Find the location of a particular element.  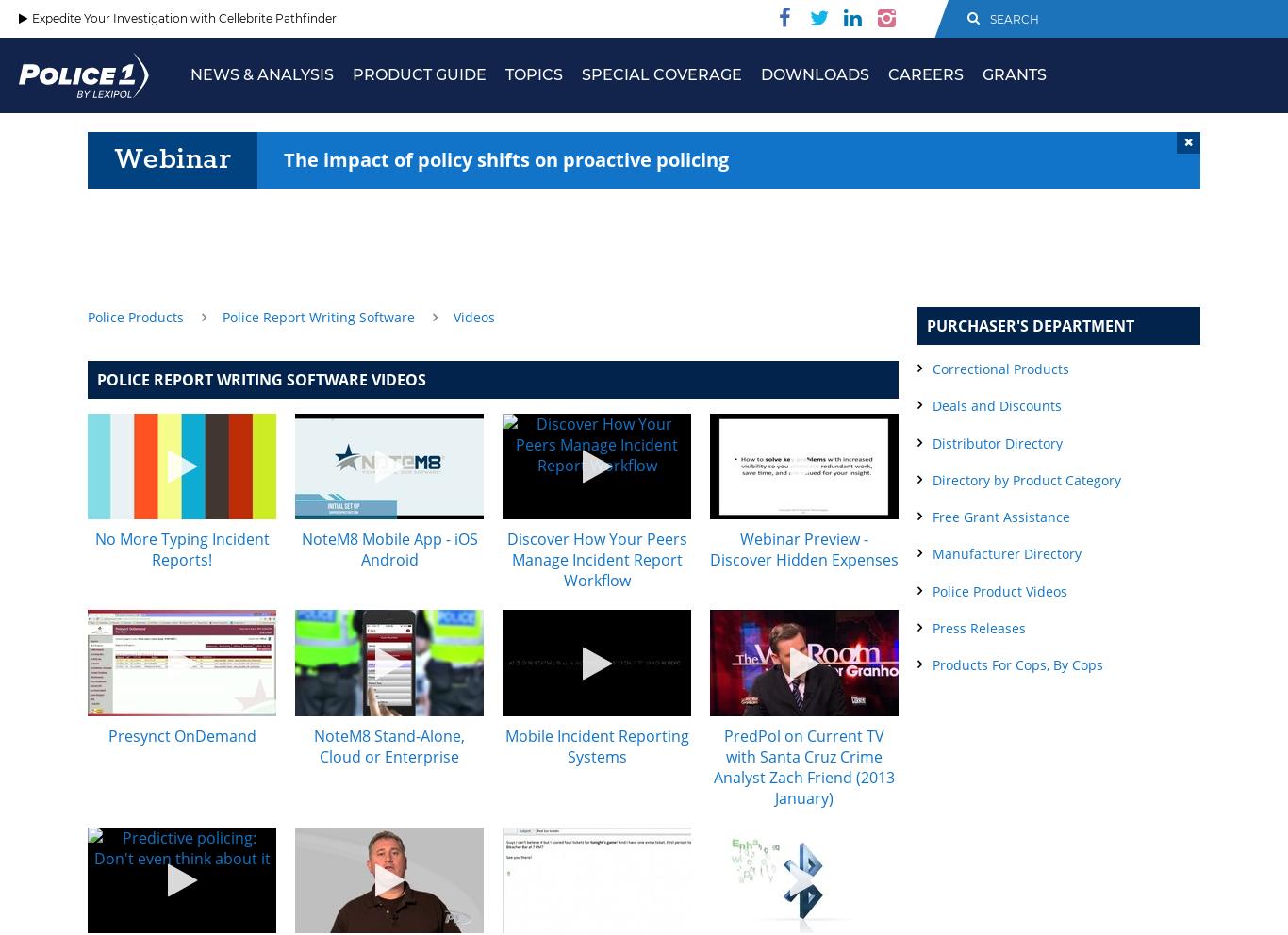

'Free Grant Assistance' is located at coordinates (932, 517).